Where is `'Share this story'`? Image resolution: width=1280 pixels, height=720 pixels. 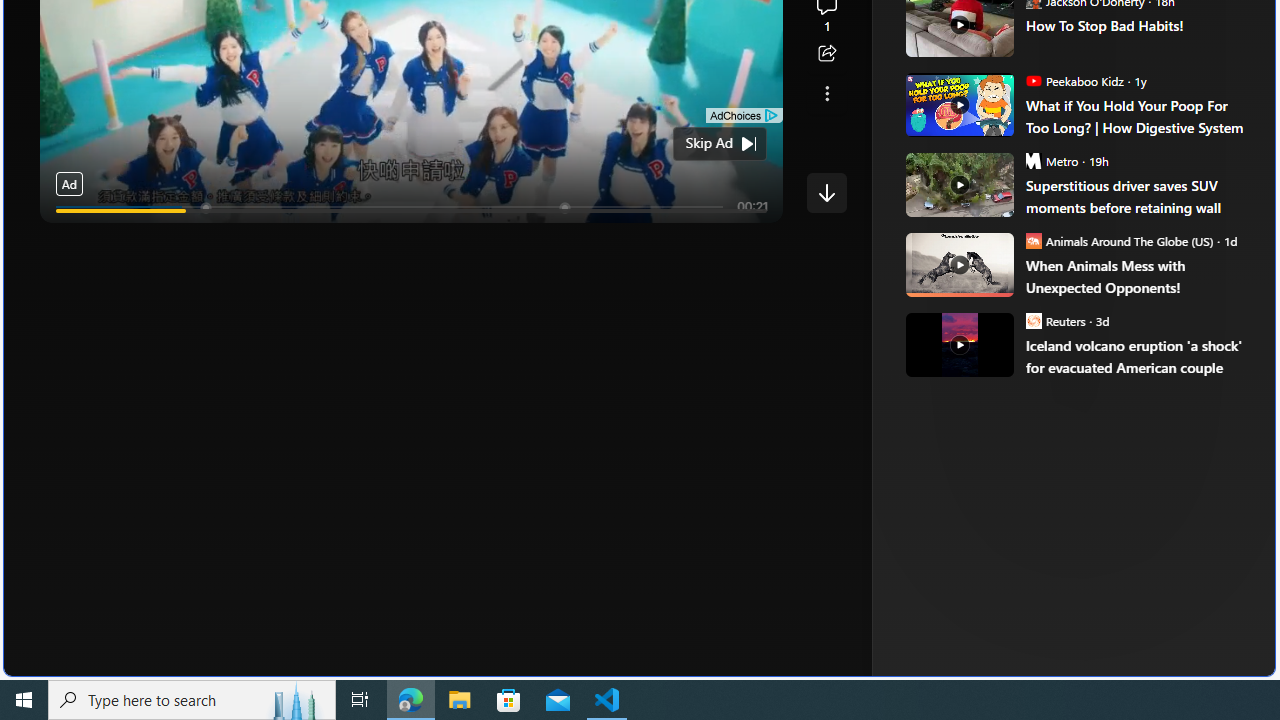
'Share this story' is located at coordinates (826, 53).